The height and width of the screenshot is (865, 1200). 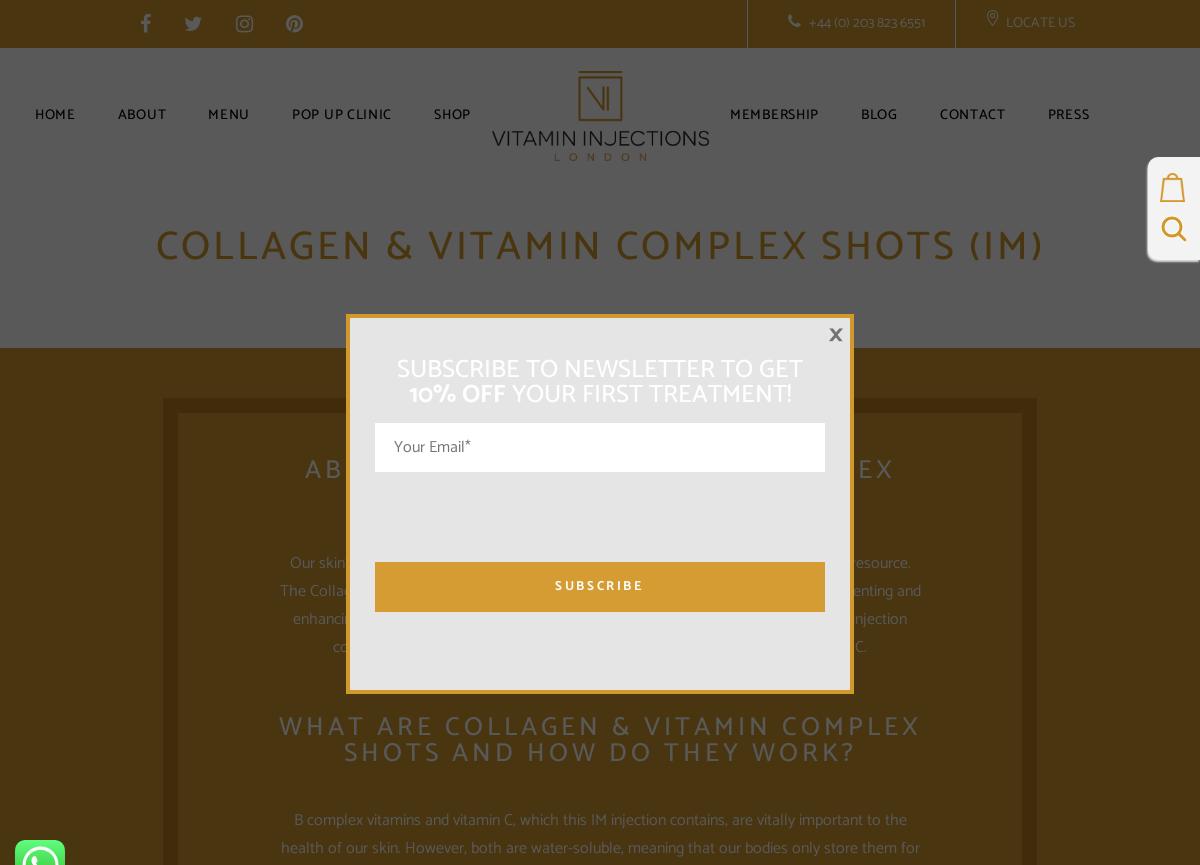 I want to click on 'Contact', so click(x=972, y=115).